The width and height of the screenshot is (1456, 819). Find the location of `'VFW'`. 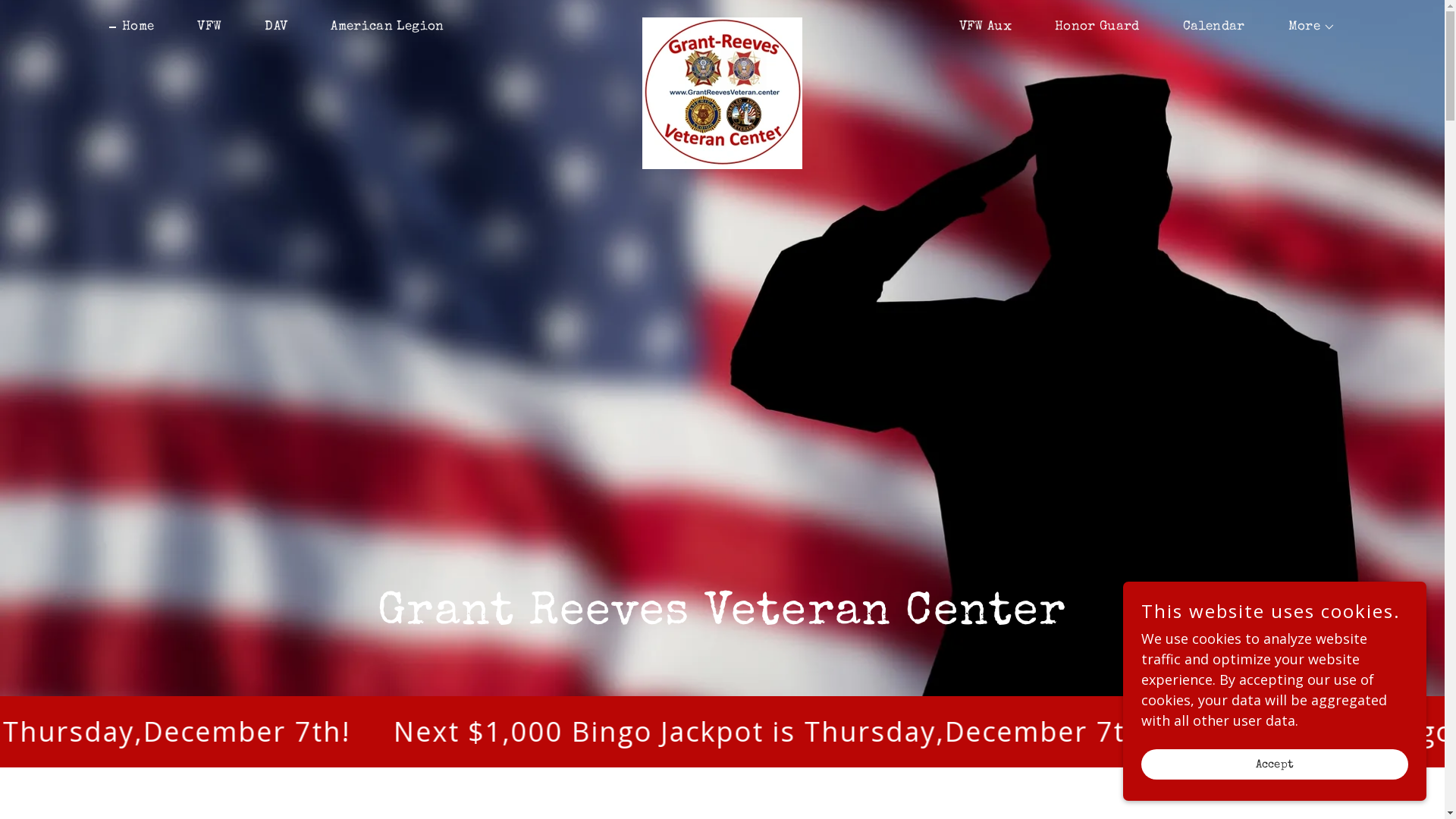

'VFW' is located at coordinates (202, 27).